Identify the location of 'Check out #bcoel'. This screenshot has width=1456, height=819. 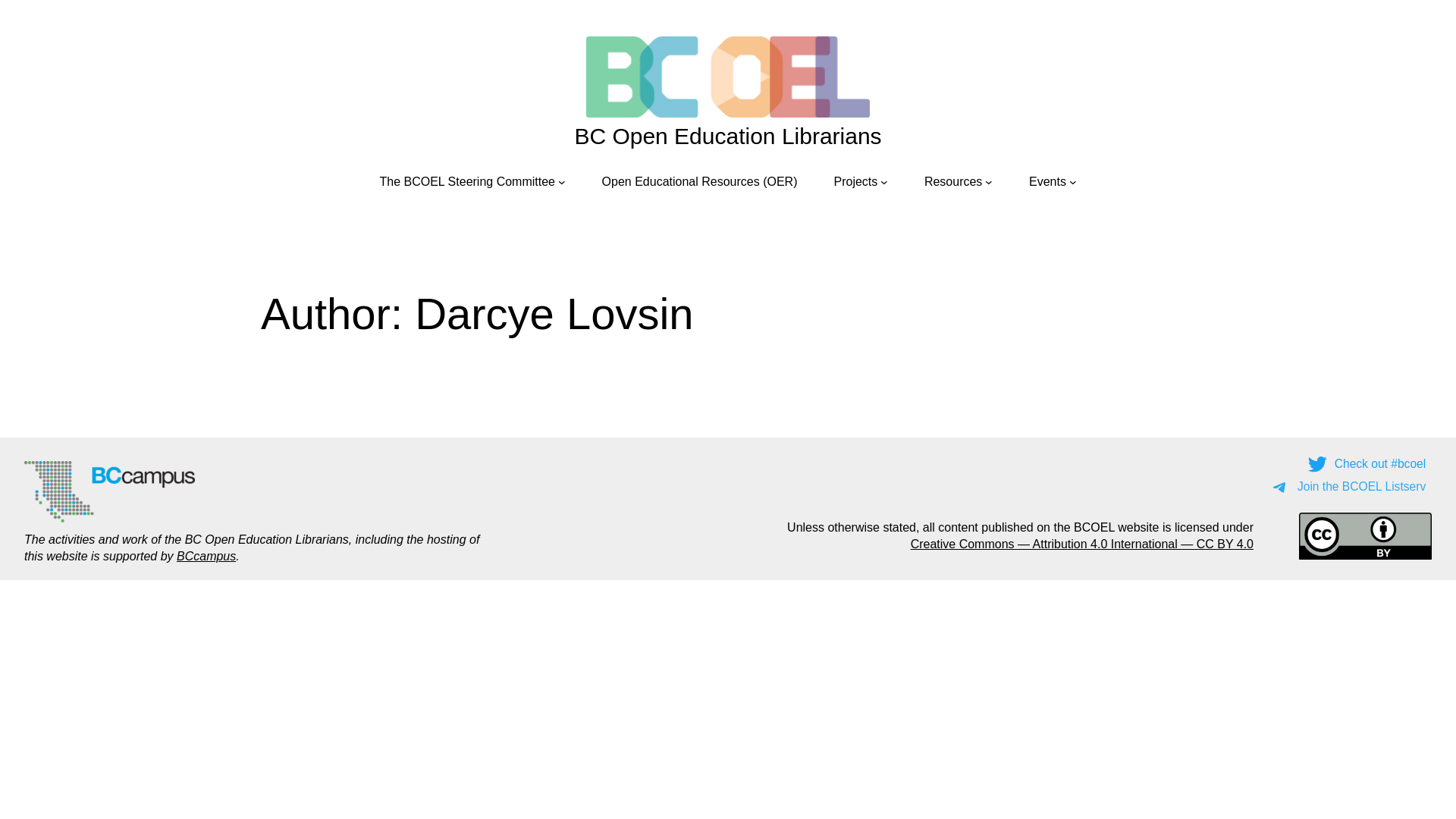
(1368, 463).